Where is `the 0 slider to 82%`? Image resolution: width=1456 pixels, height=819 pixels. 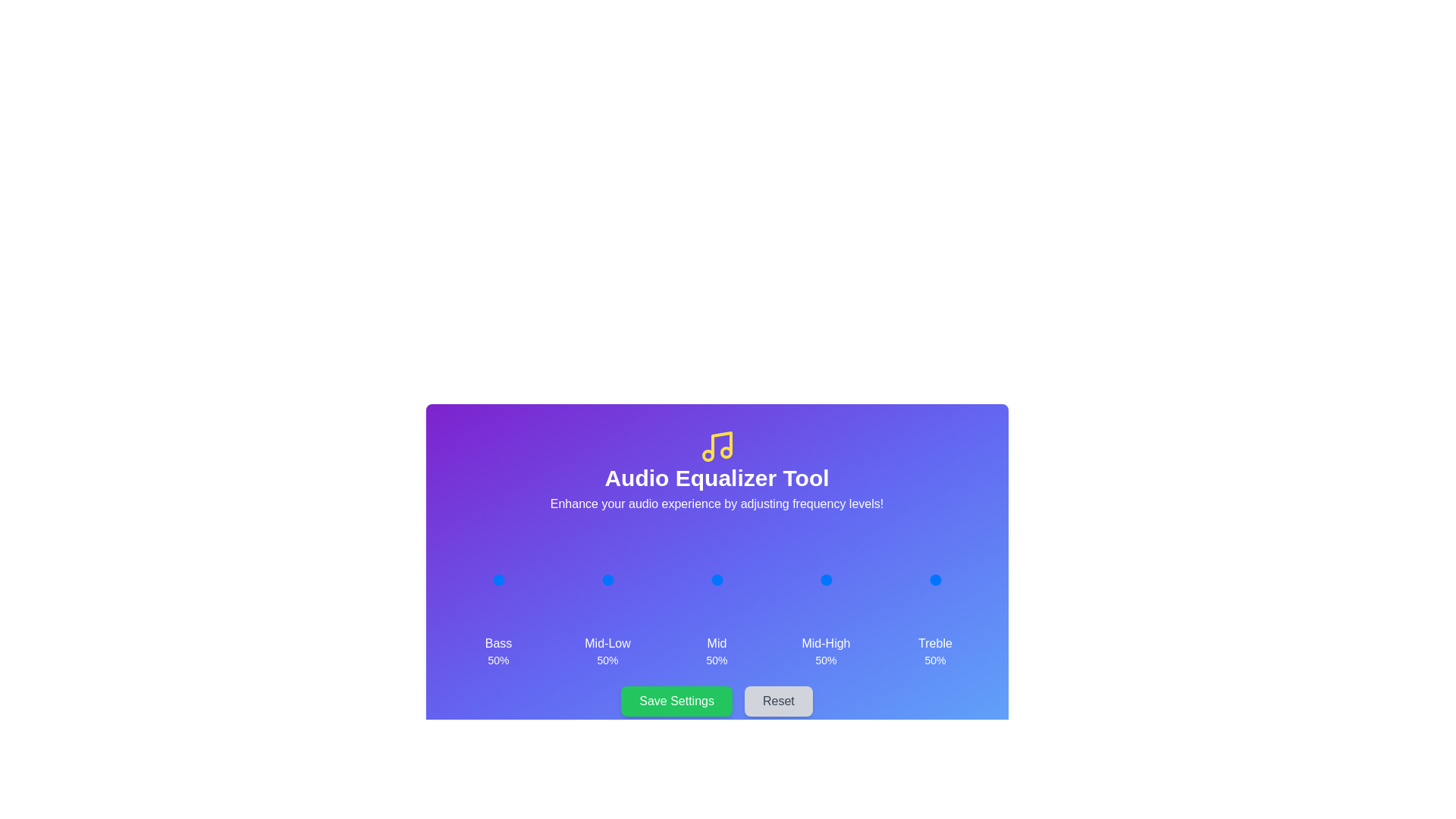
the 0 slider to 82% is located at coordinates (513, 579).